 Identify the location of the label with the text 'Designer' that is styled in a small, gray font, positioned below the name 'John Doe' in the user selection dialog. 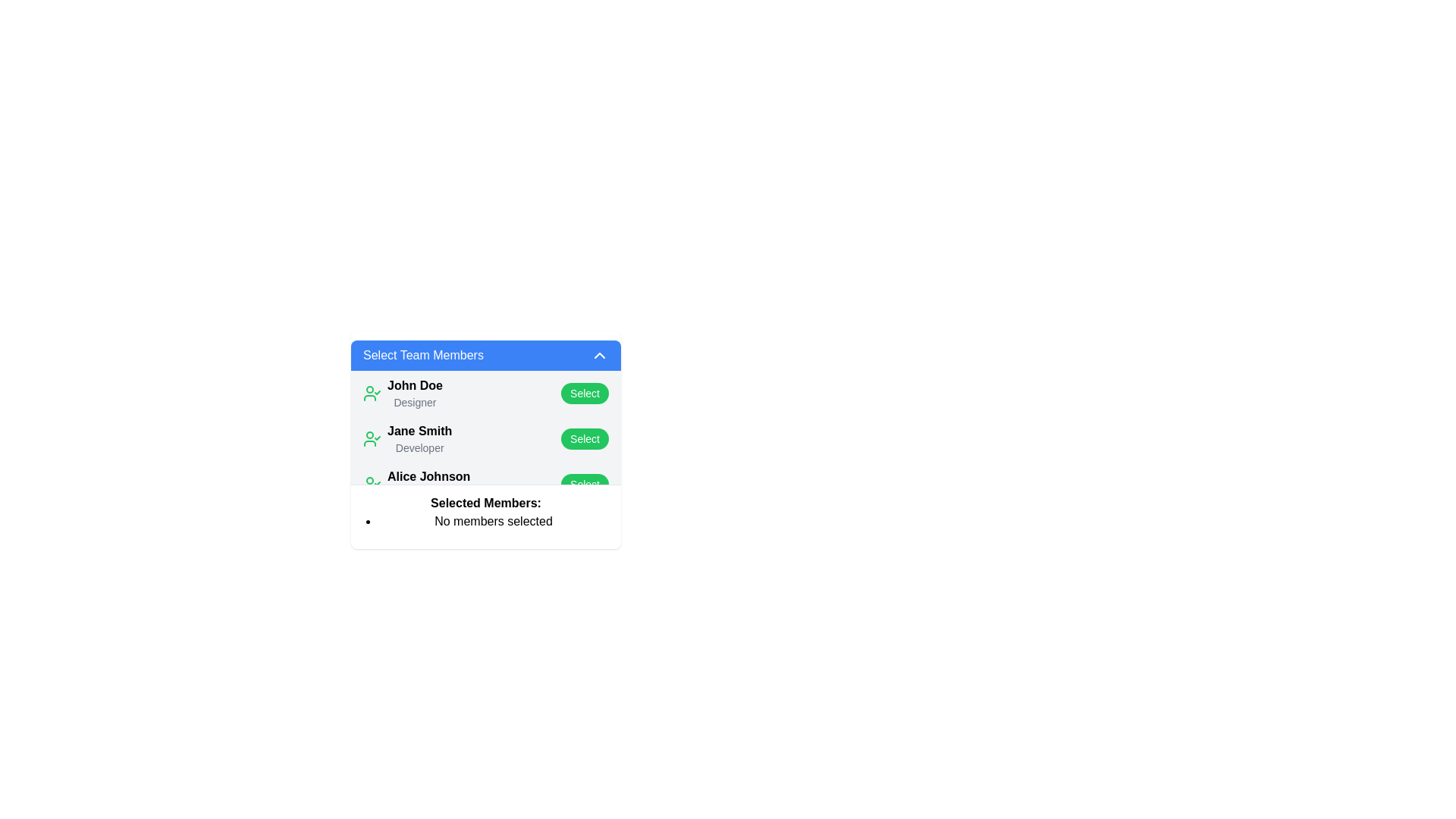
(415, 402).